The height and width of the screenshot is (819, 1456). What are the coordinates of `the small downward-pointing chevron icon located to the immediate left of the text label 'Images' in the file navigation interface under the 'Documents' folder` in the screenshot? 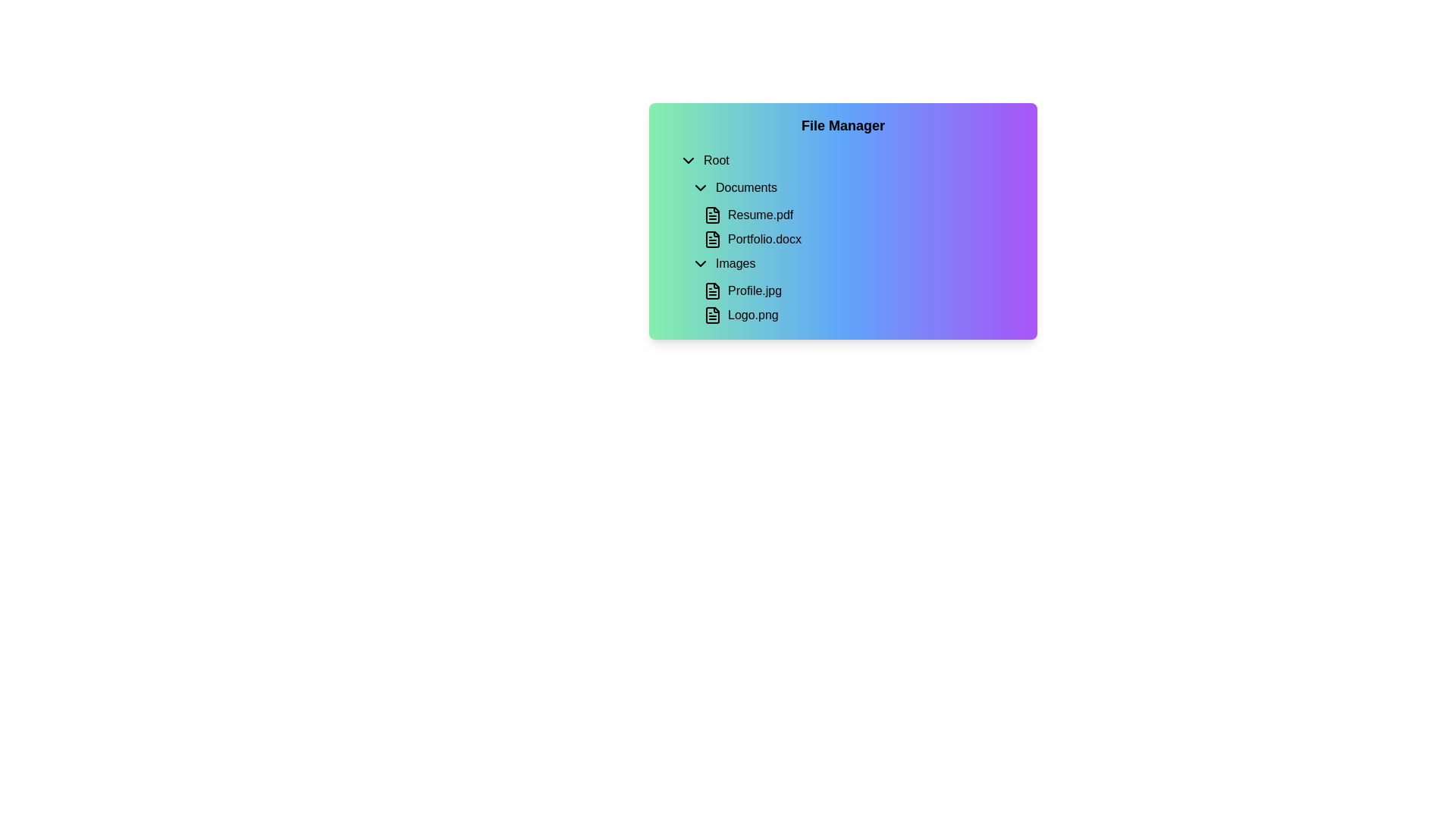 It's located at (700, 262).